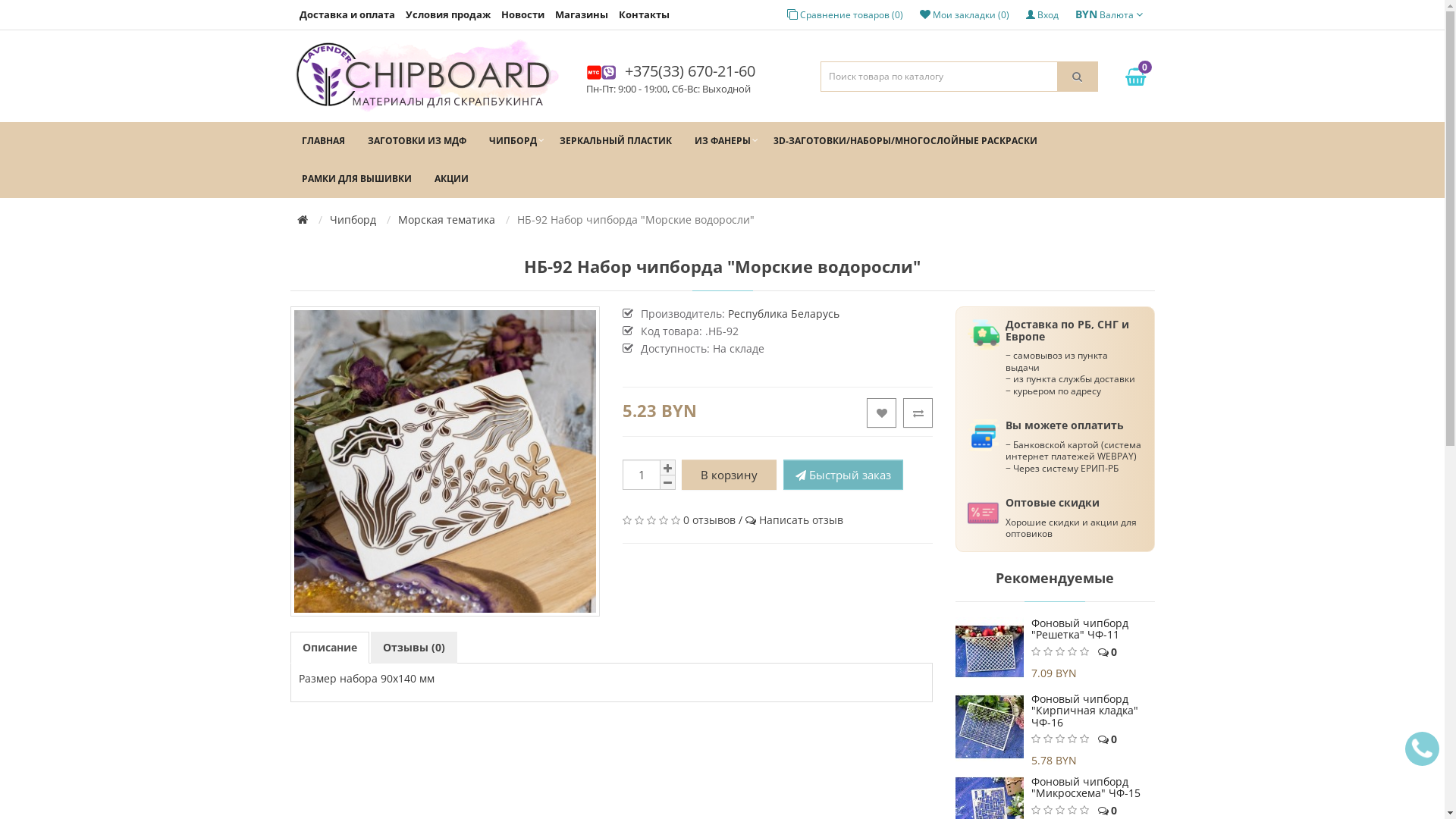  I want to click on '+375(33) 670-21-60', so click(619, 71).